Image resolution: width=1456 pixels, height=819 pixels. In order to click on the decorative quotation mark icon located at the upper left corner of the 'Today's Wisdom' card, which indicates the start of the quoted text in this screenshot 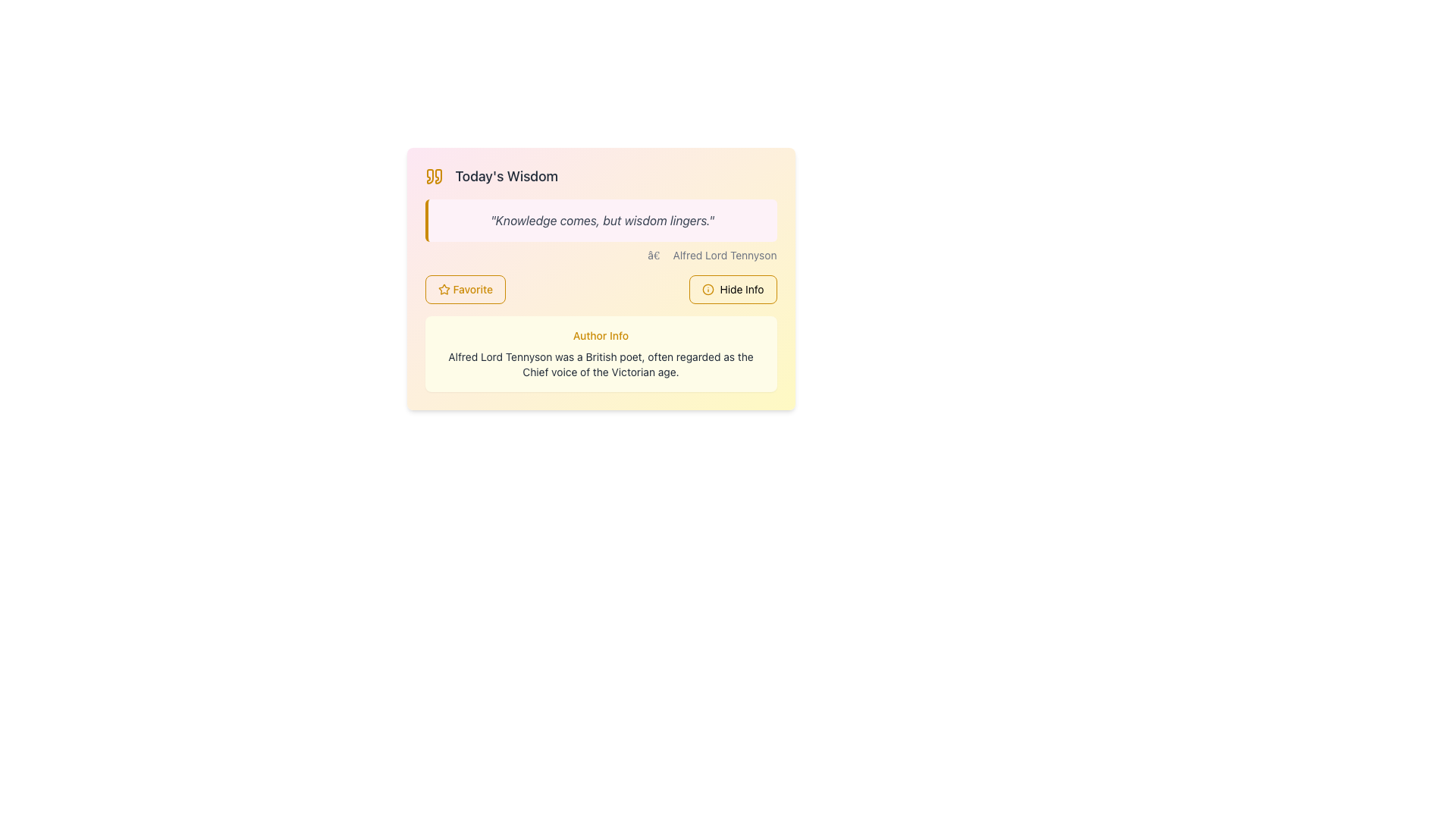, I will do `click(428, 175)`.